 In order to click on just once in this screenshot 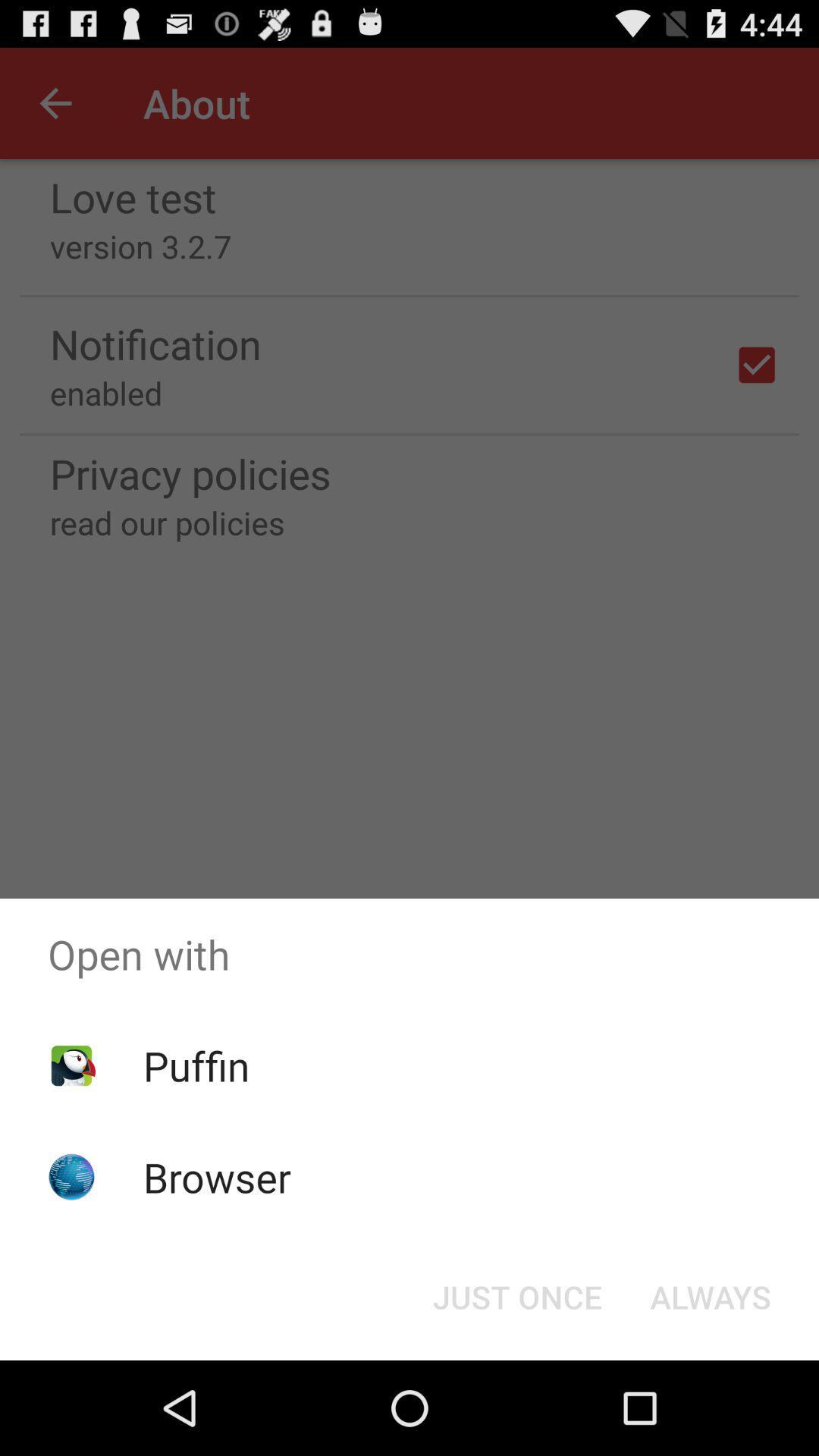, I will do `click(516, 1295)`.